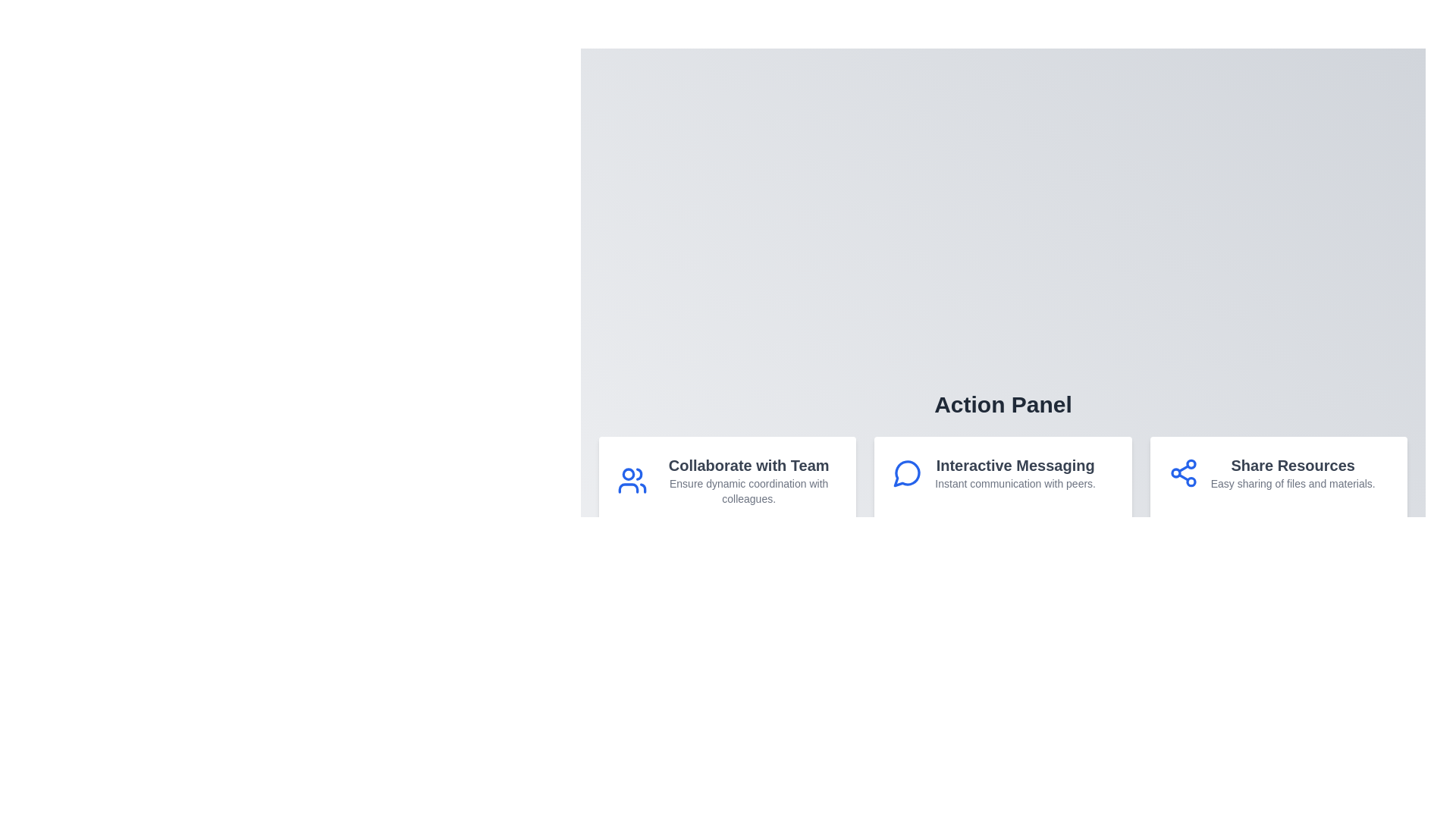  I want to click on the blue linear stroke SVG icon resembling a user's profile in the 'Collaborate with Team' section, so click(639, 473).